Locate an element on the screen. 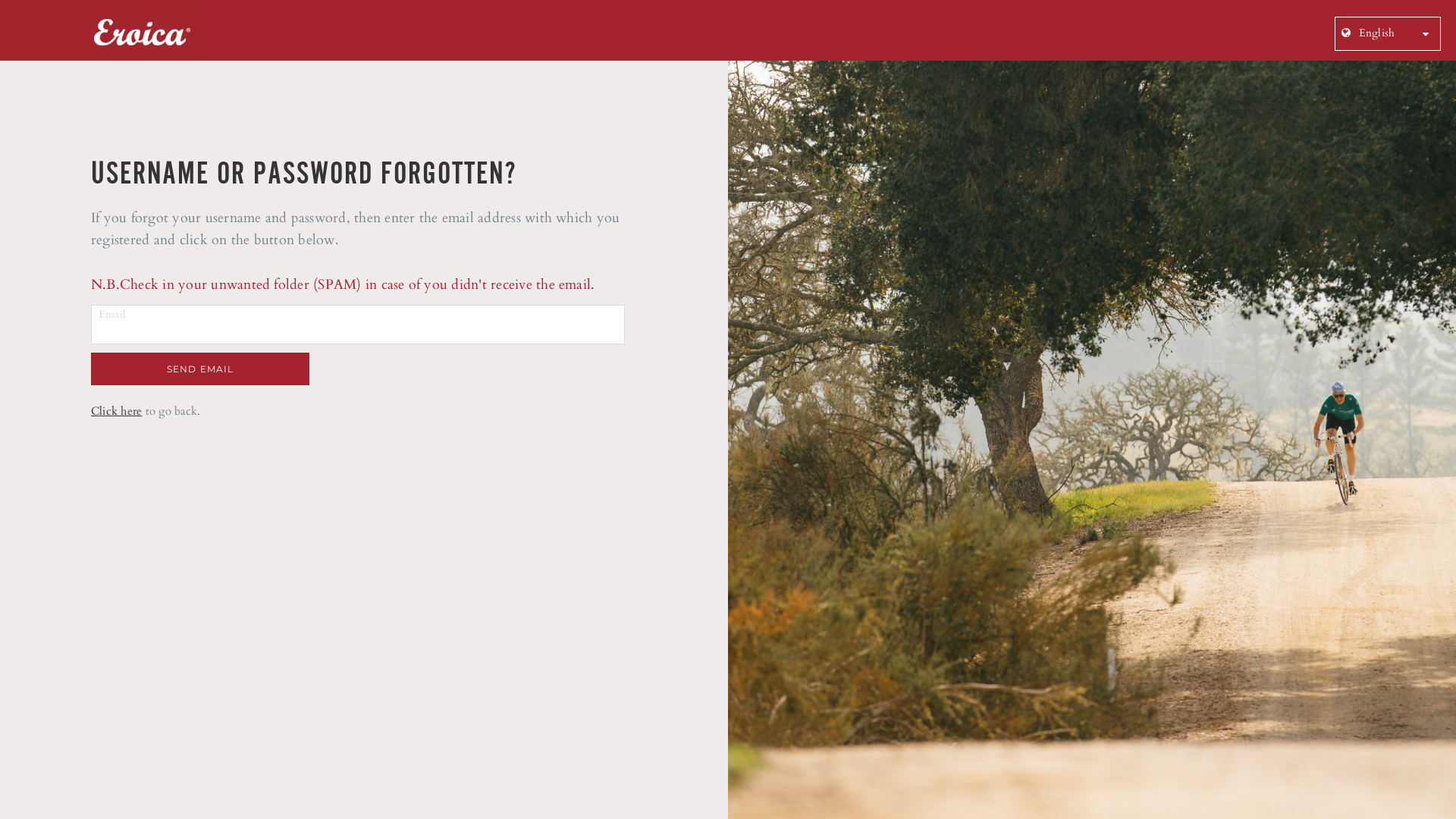 The height and width of the screenshot is (819, 1456). '  English' is located at coordinates (1365, 33).